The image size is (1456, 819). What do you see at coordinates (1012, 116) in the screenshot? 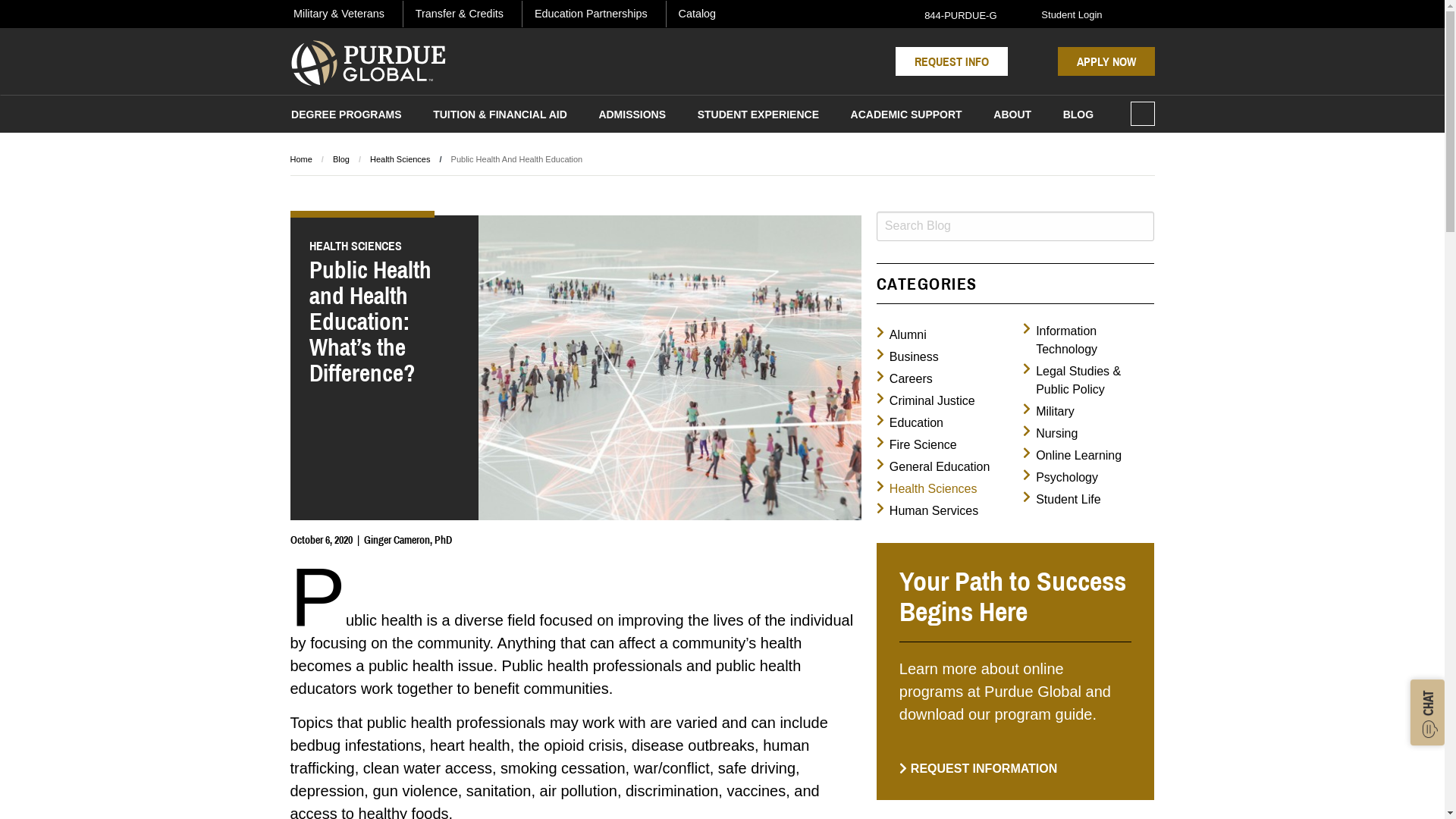
I see `'ABOUT'` at bounding box center [1012, 116].